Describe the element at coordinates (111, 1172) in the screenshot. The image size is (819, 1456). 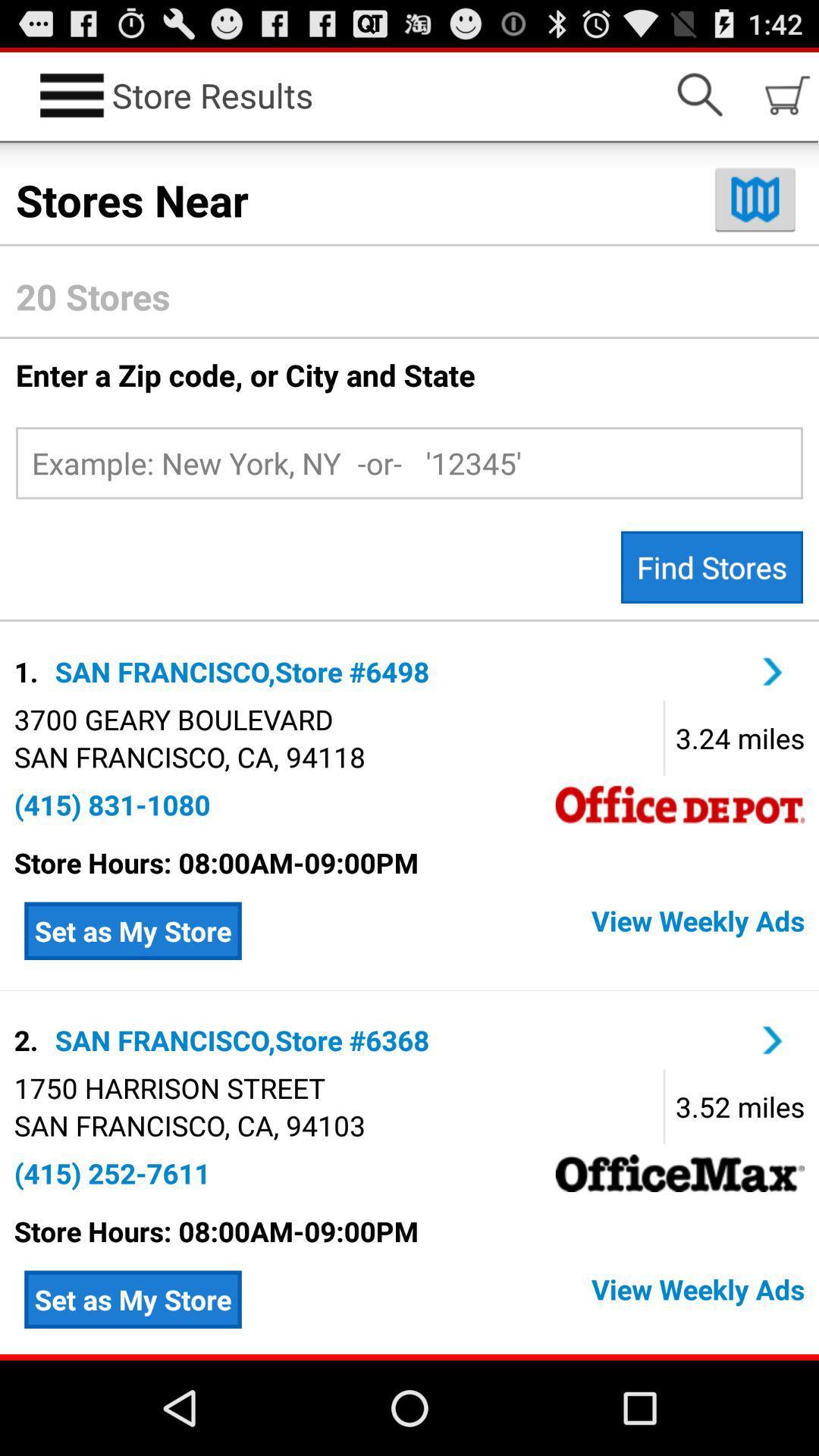
I see `the app above store hours 08 icon` at that location.